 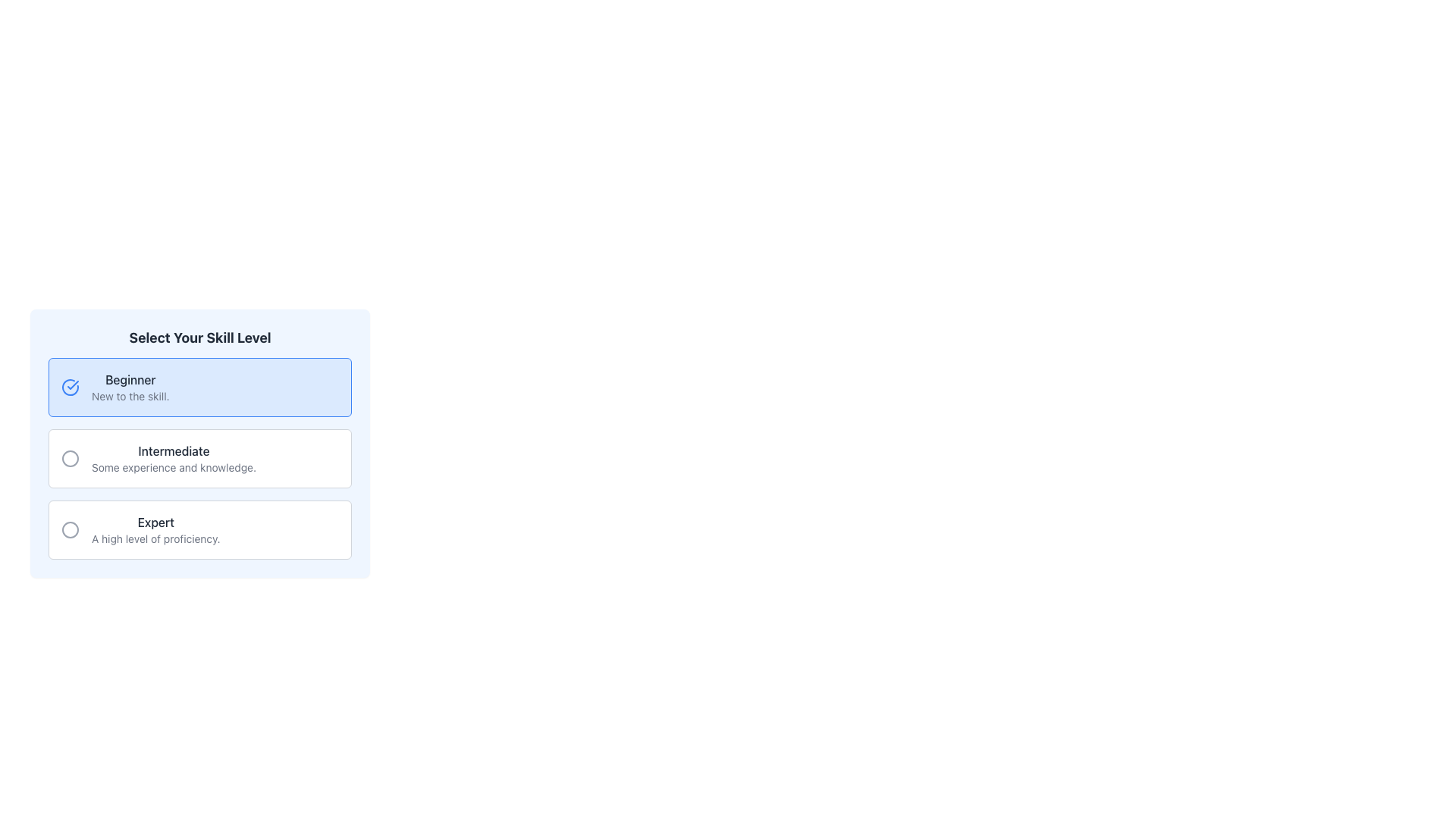 I want to click on the 'Expert' skill level radio button, so click(x=199, y=529).